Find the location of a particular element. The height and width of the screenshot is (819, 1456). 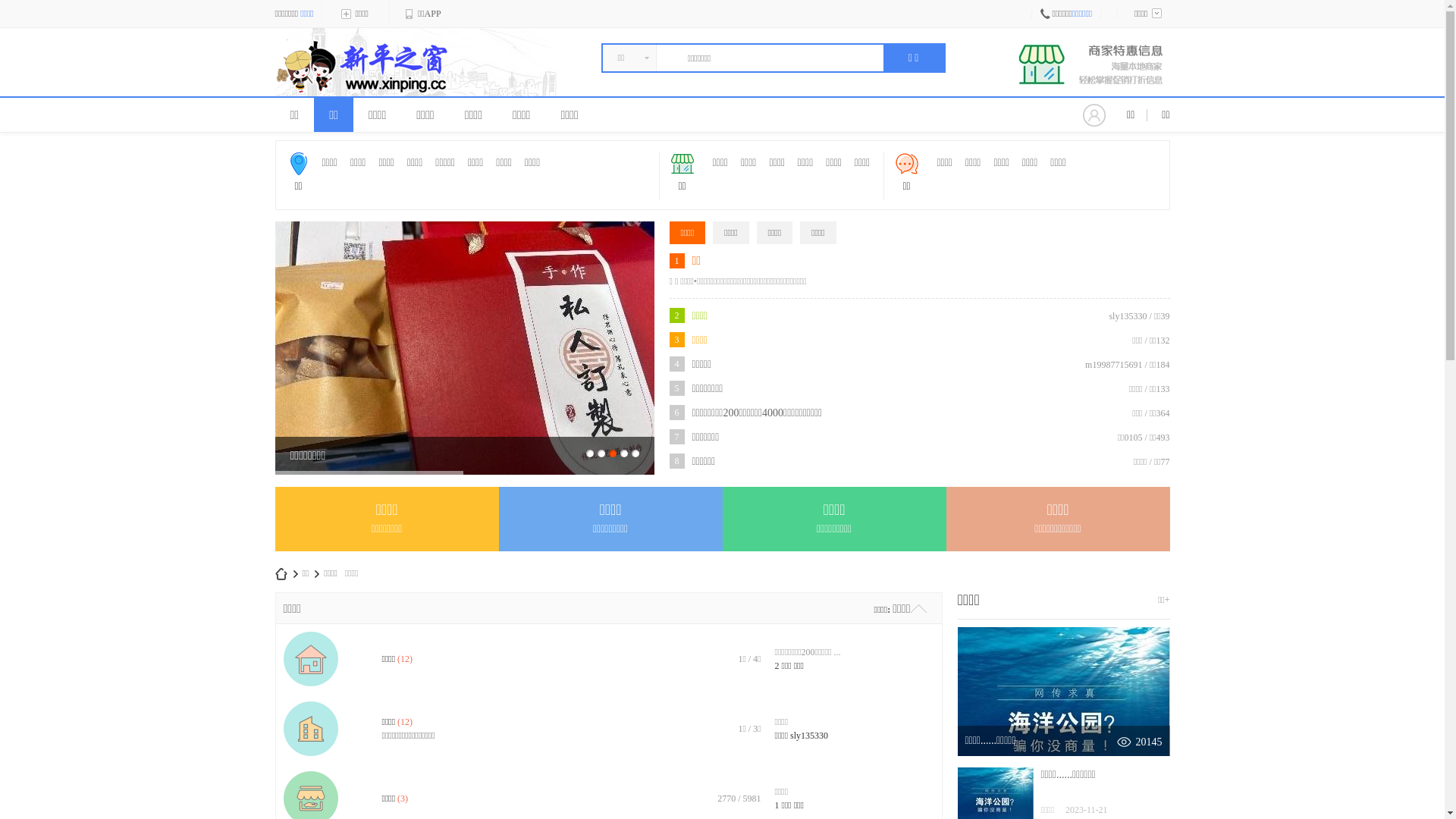

'sly135330' is located at coordinates (789, 734).